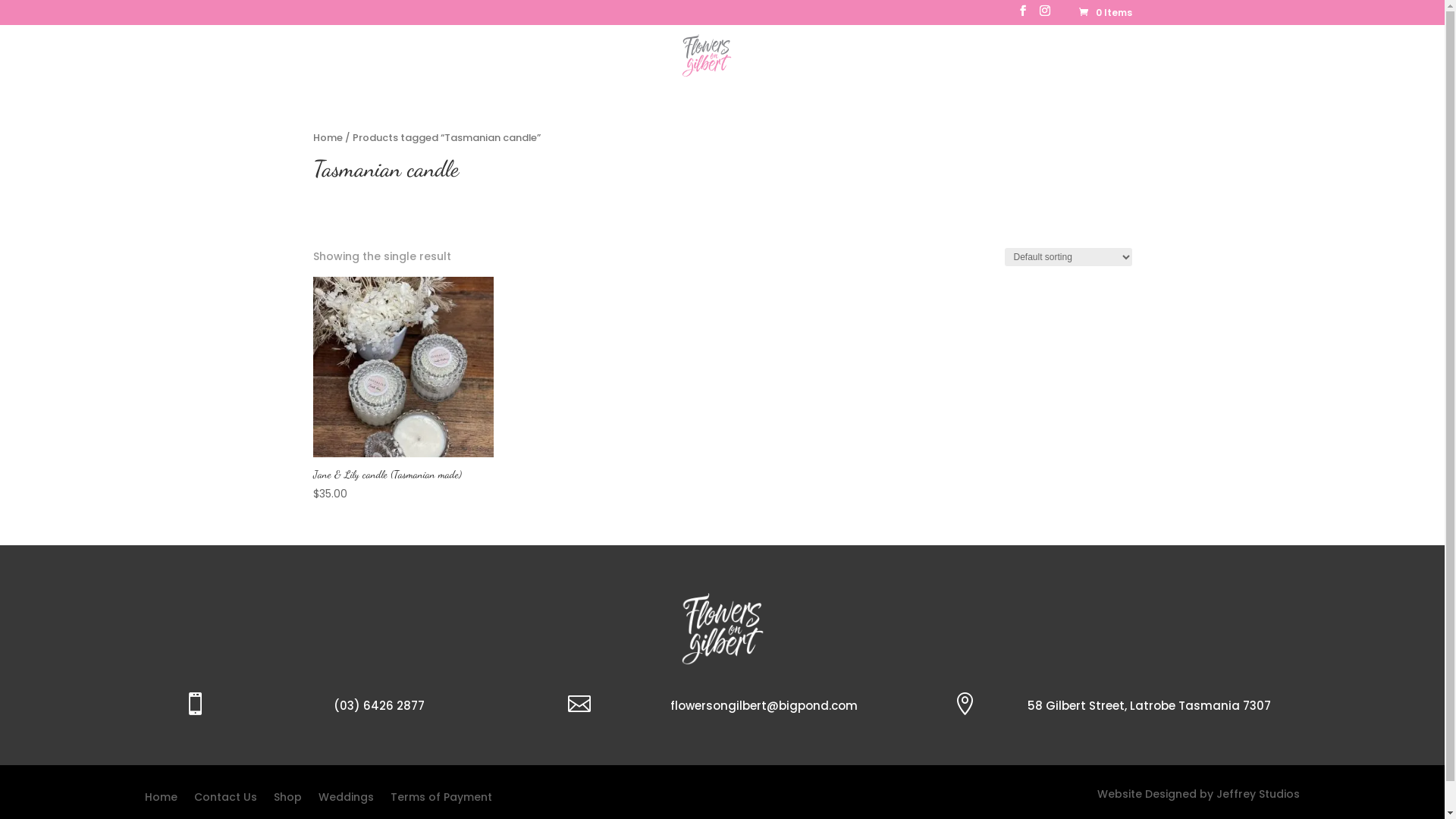  What do you see at coordinates (1104, 12) in the screenshot?
I see `'0 Items'` at bounding box center [1104, 12].